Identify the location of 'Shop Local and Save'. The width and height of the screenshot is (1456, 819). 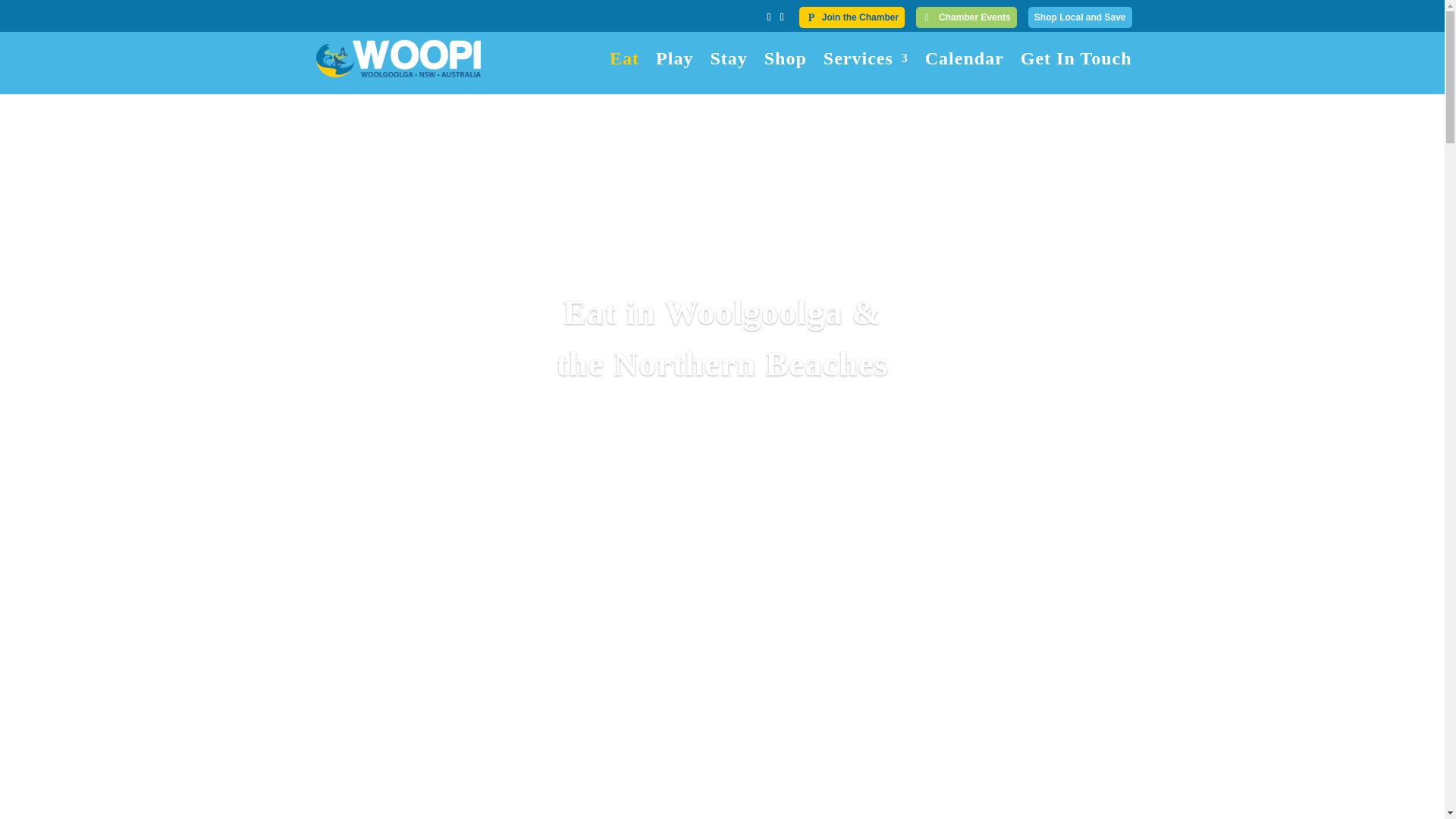
(1079, 17).